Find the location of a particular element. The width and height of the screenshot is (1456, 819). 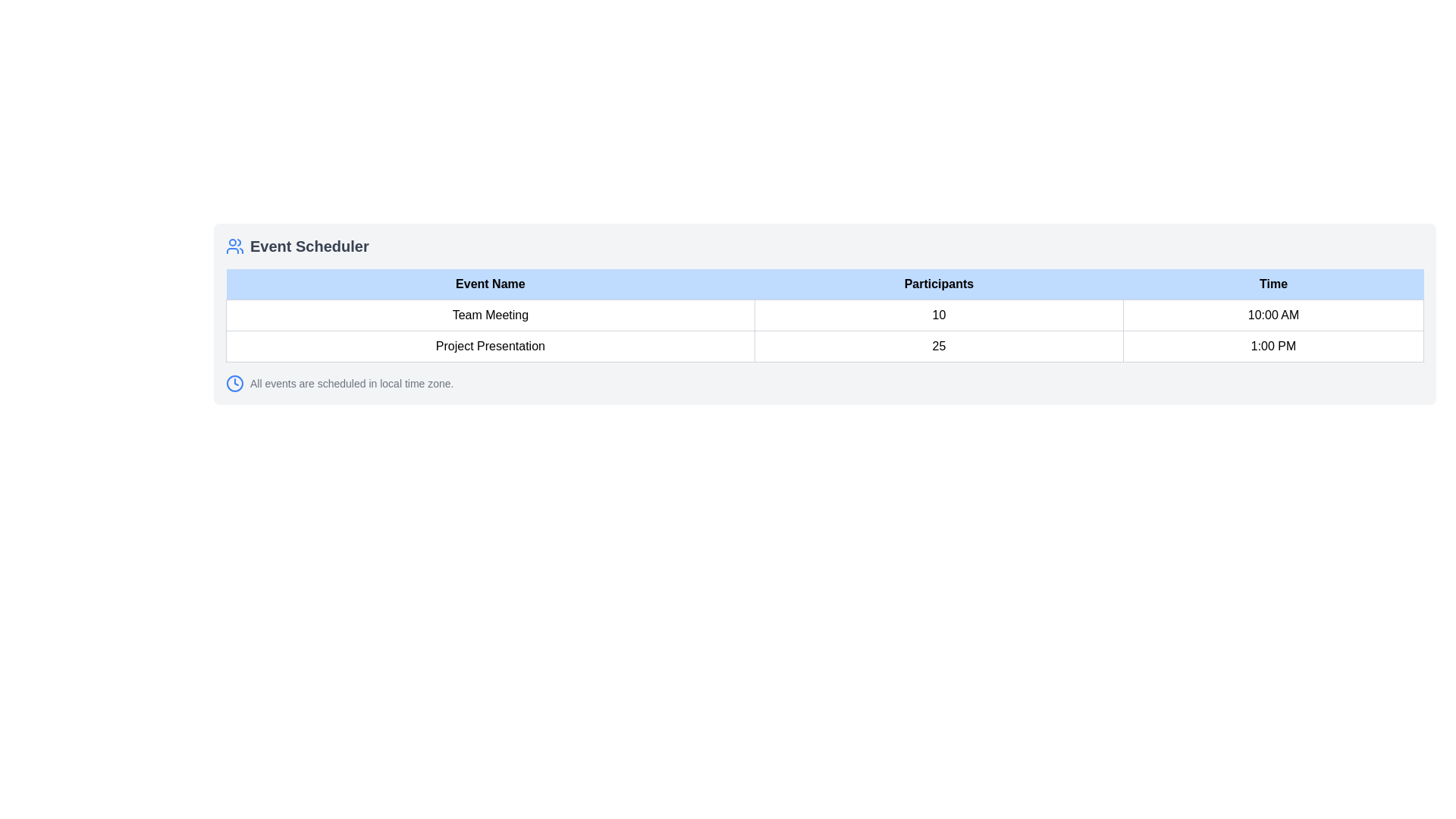

the table cell indicating the number of participants for the 'Team Meeting' event, located in the second column of the table row labeled 'Team Meeting' is located at coordinates (938, 315).